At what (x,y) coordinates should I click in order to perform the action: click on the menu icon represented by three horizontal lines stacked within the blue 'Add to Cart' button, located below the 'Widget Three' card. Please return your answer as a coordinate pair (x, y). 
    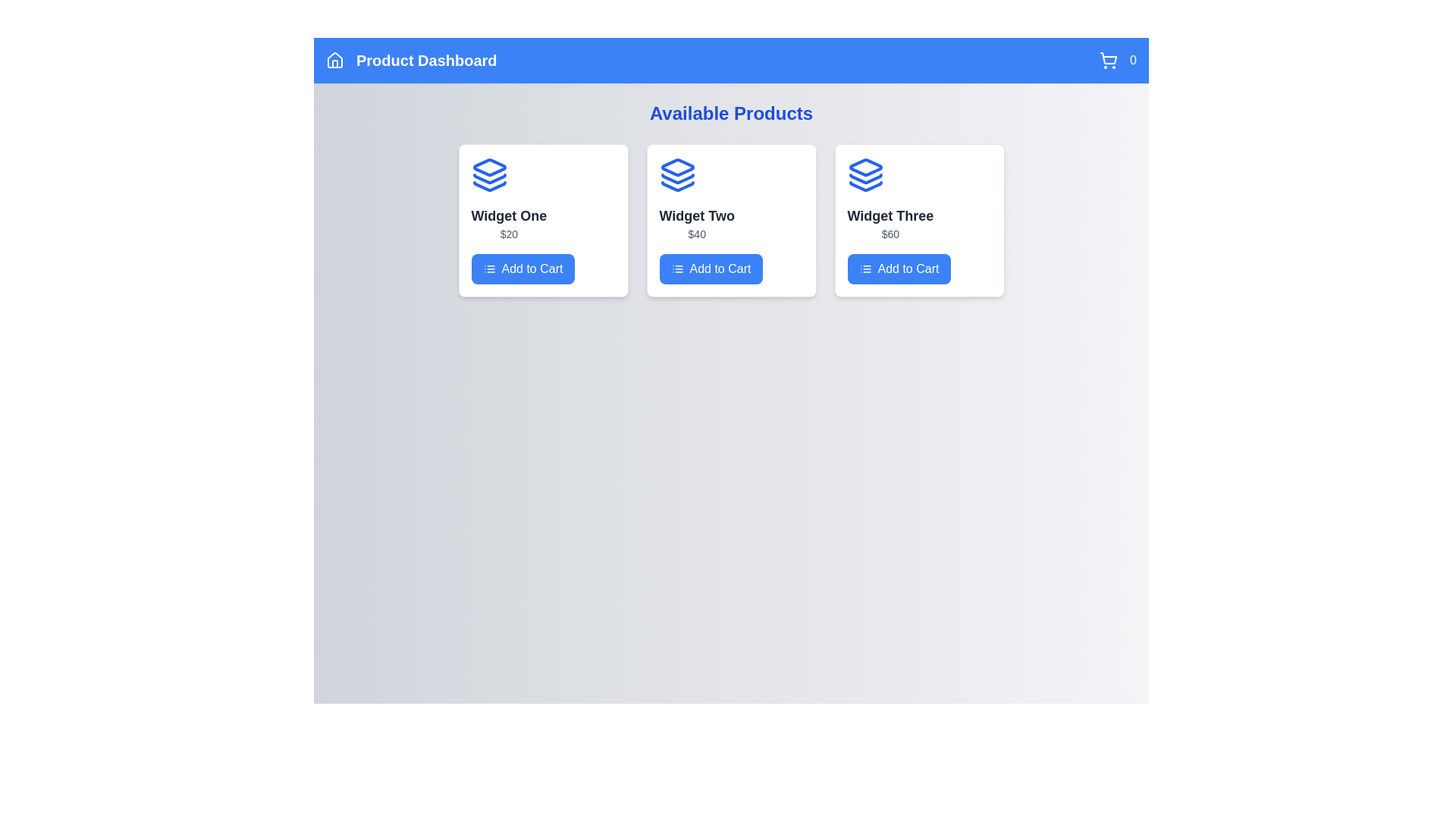
    Looking at the image, I should click on (865, 268).